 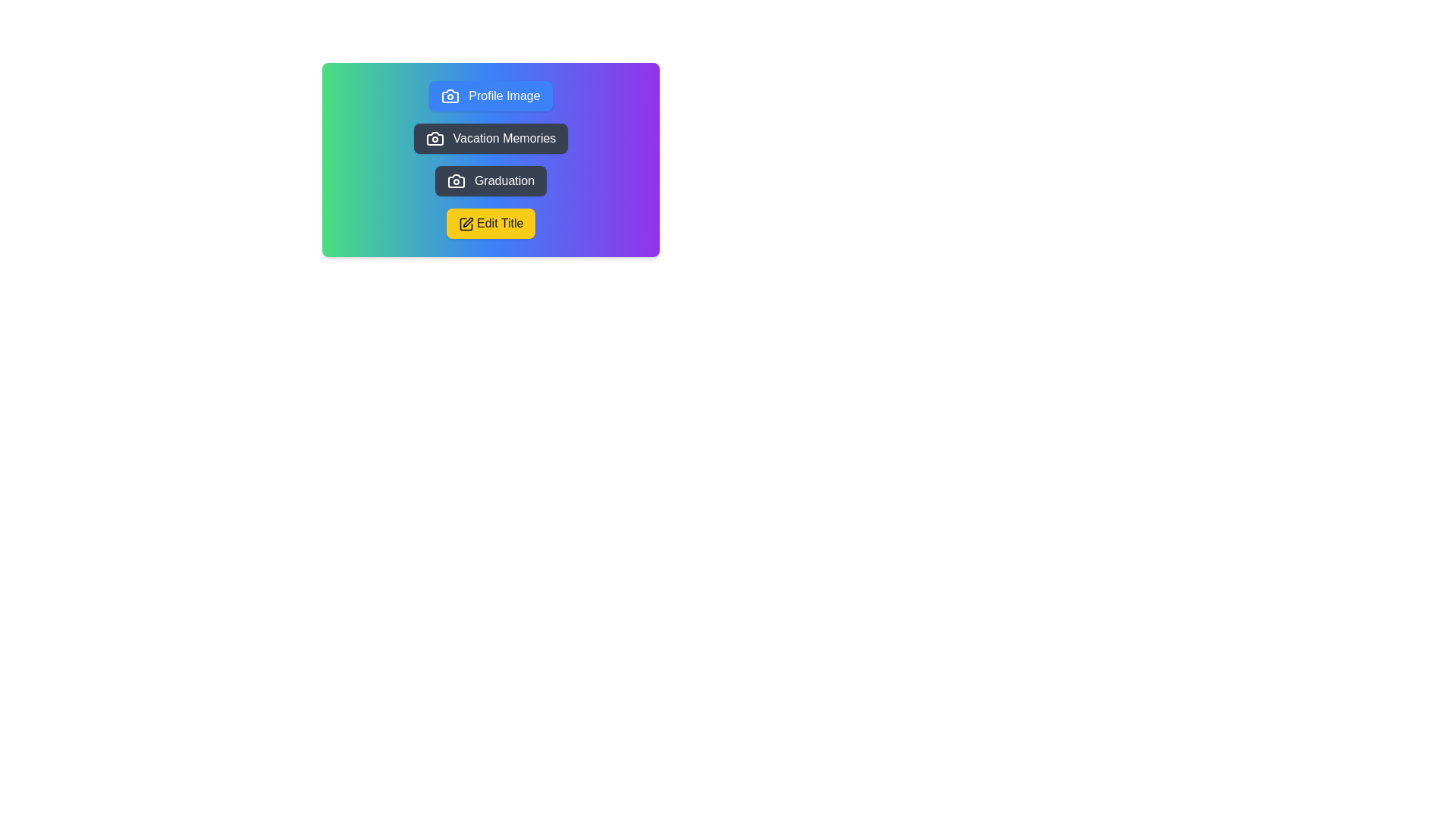 What do you see at coordinates (465, 224) in the screenshot?
I see `the pen icon representing the edit action, which is part of the yellow 'Edit Title' button located at the bottom of the vertical button group` at bounding box center [465, 224].